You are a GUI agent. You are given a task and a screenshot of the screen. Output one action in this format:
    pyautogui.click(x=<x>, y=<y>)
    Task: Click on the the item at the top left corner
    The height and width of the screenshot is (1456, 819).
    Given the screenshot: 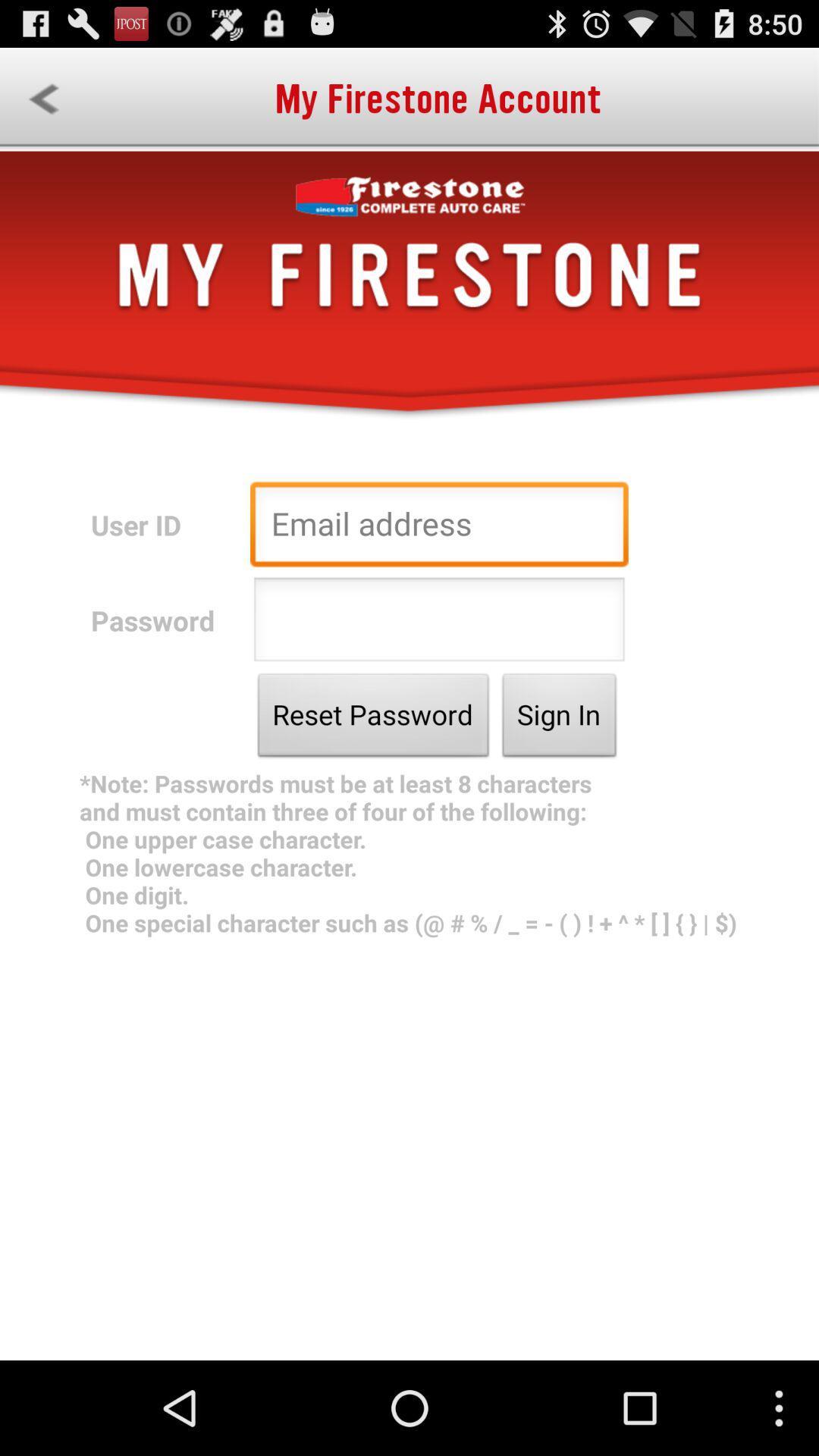 What is the action you would take?
    pyautogui.click(x=42, y=99)
    